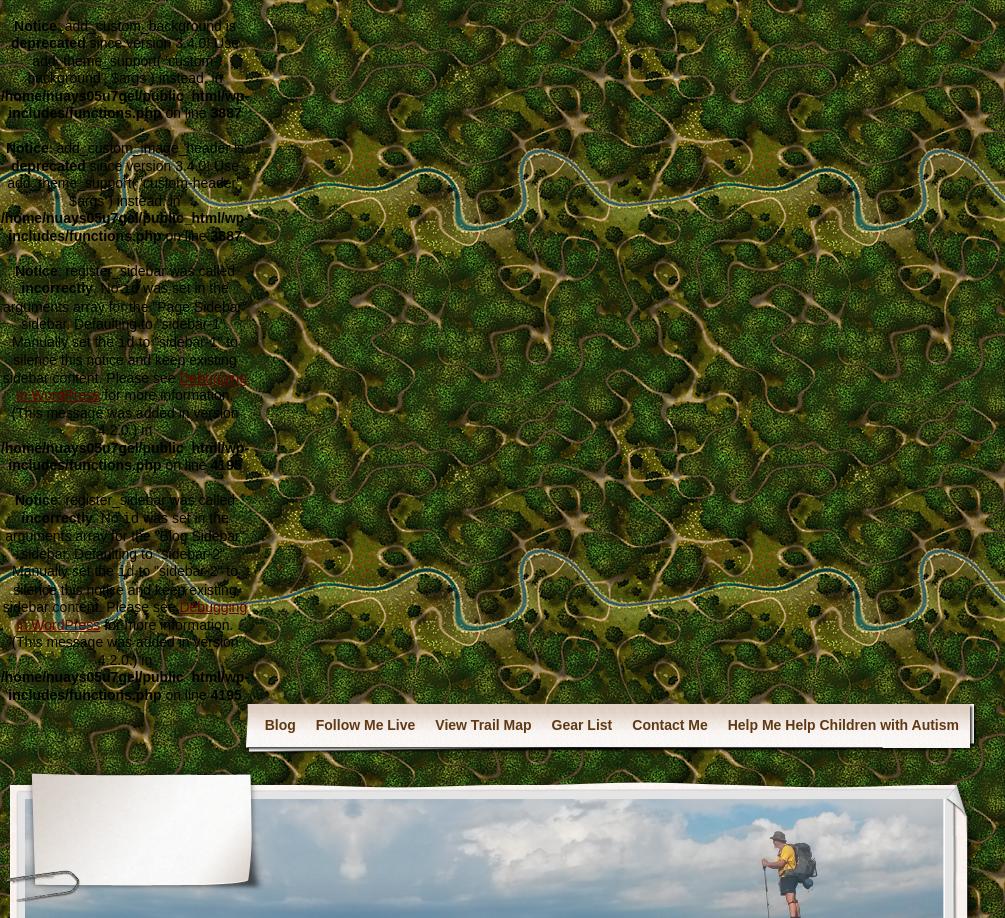 Image resolution: width=1005 pixels, height=918 pixels. I want to click on 'since version 3.4.0! Use add_theme_support( 'custom-header', $args ) instead. in', so click(124, 182).